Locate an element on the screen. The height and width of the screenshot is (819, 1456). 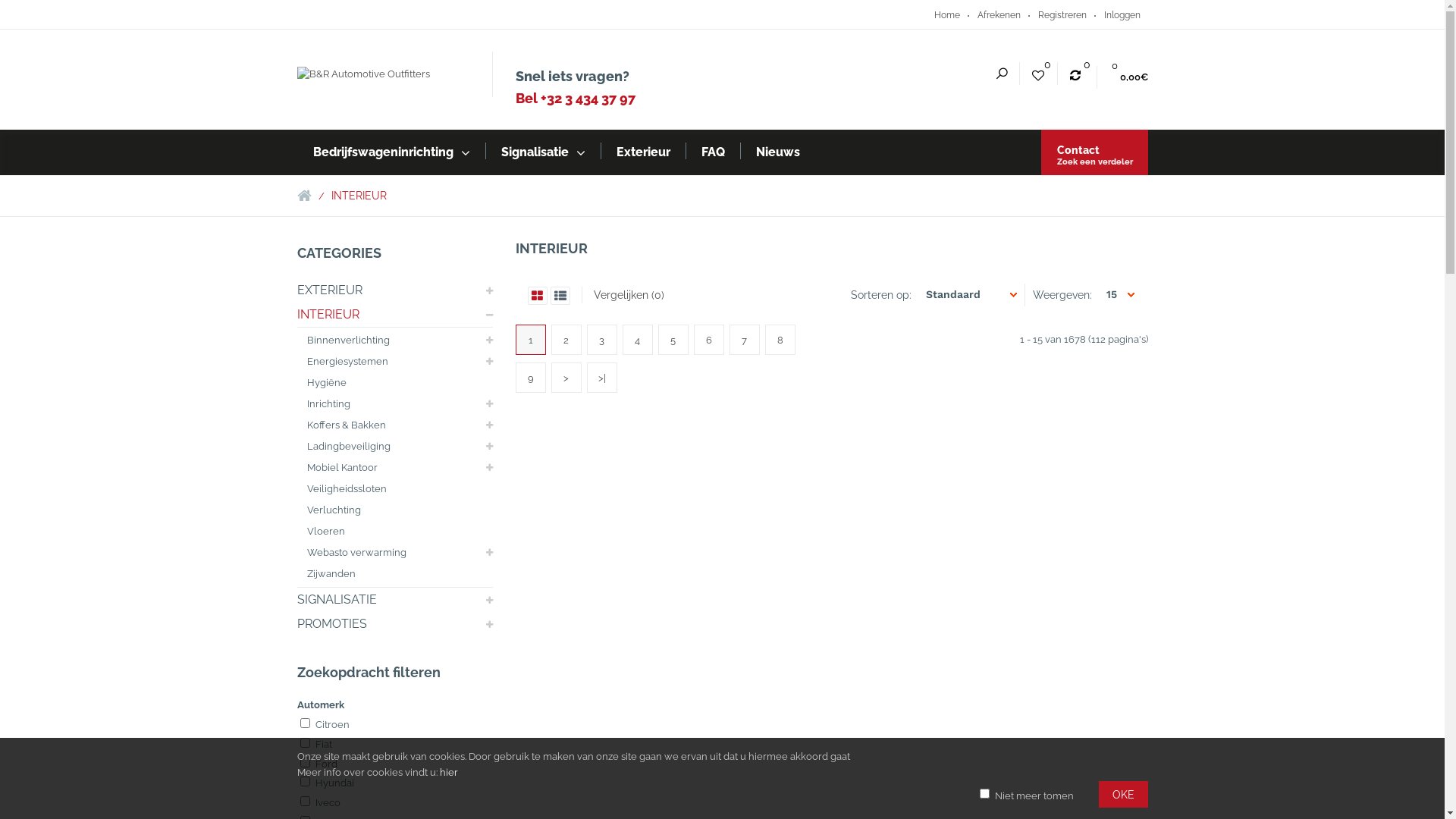
'2' is located at coordinates (566, 338).